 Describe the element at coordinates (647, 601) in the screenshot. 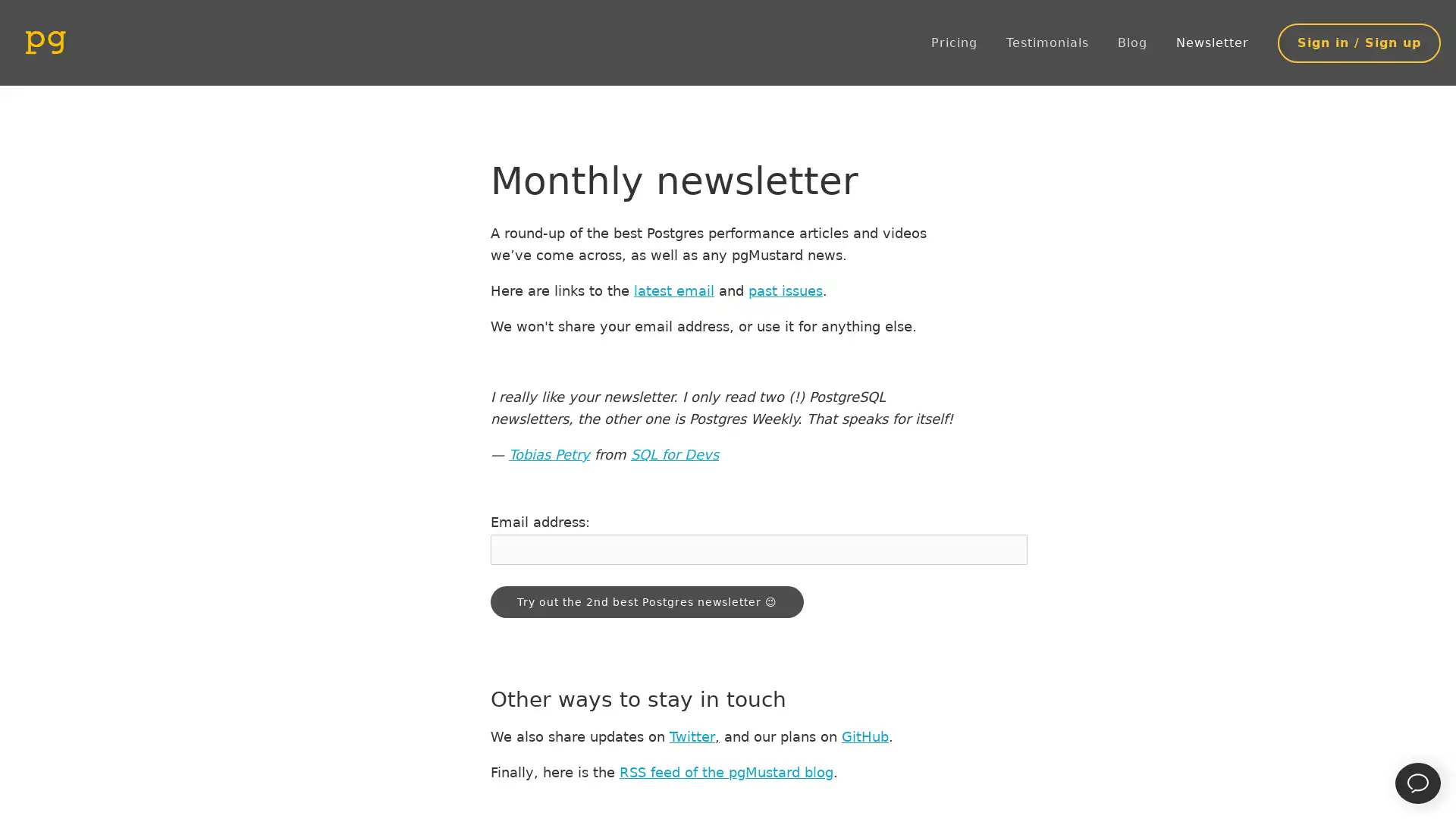

I see `Try out the 2nd best Postgres newsletter` at that location.